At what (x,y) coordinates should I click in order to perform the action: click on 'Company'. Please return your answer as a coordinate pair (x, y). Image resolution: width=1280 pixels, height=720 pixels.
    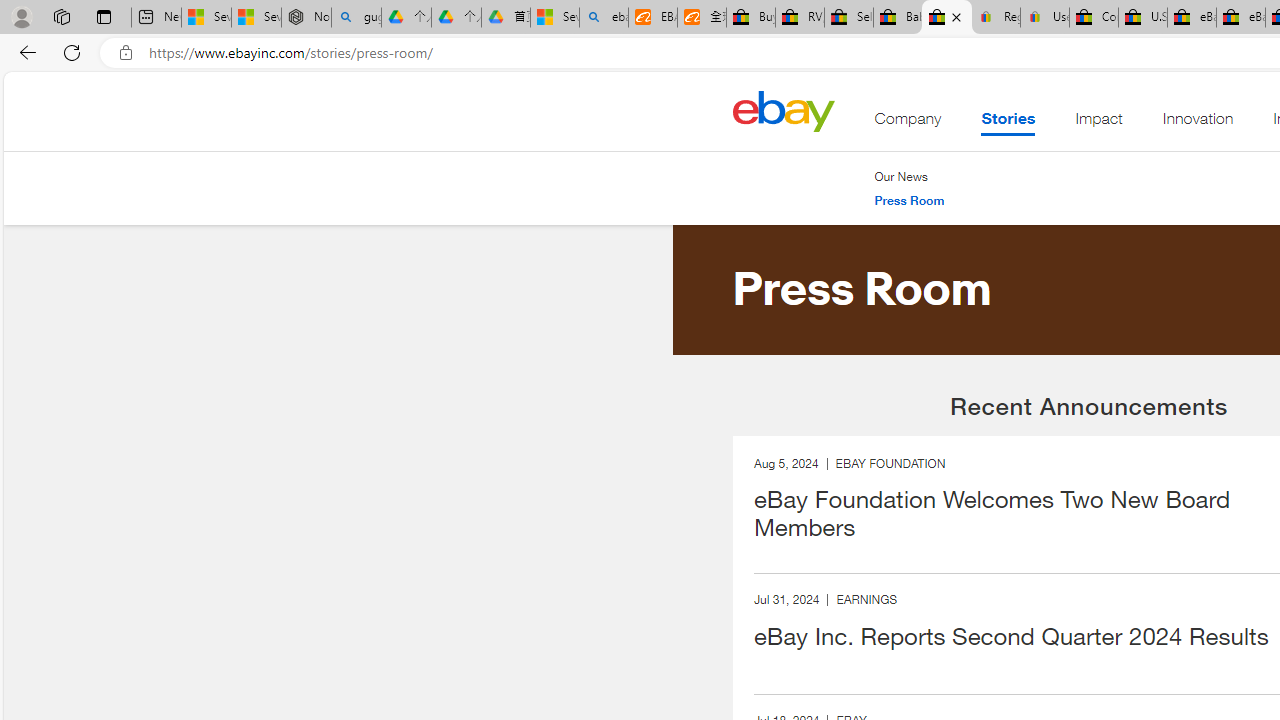
    Looking at the image, I should click on (907, 123).